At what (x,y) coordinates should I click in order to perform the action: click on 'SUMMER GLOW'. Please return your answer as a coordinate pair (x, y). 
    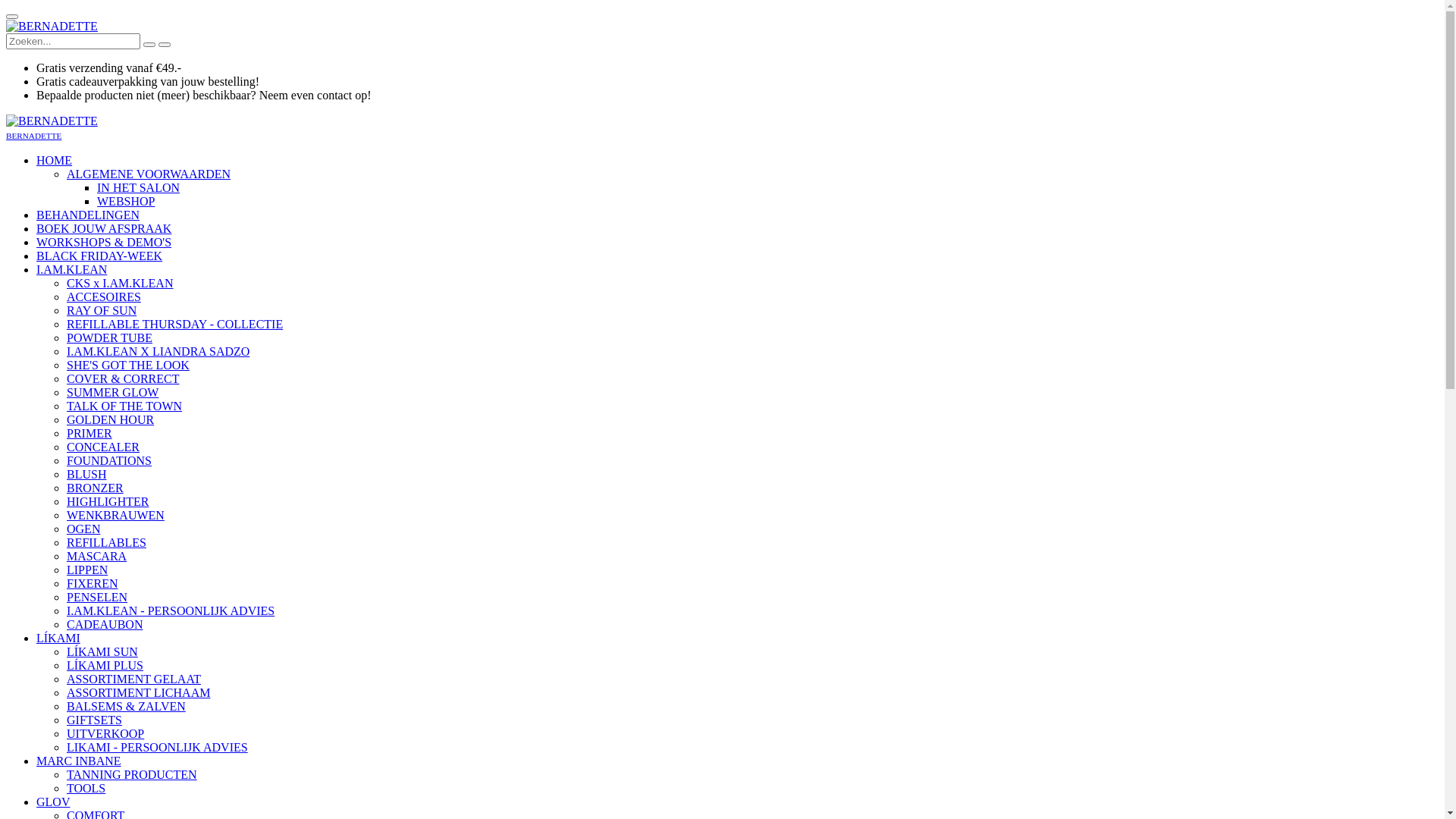
    Looking at the image, I should click on (111, 391).